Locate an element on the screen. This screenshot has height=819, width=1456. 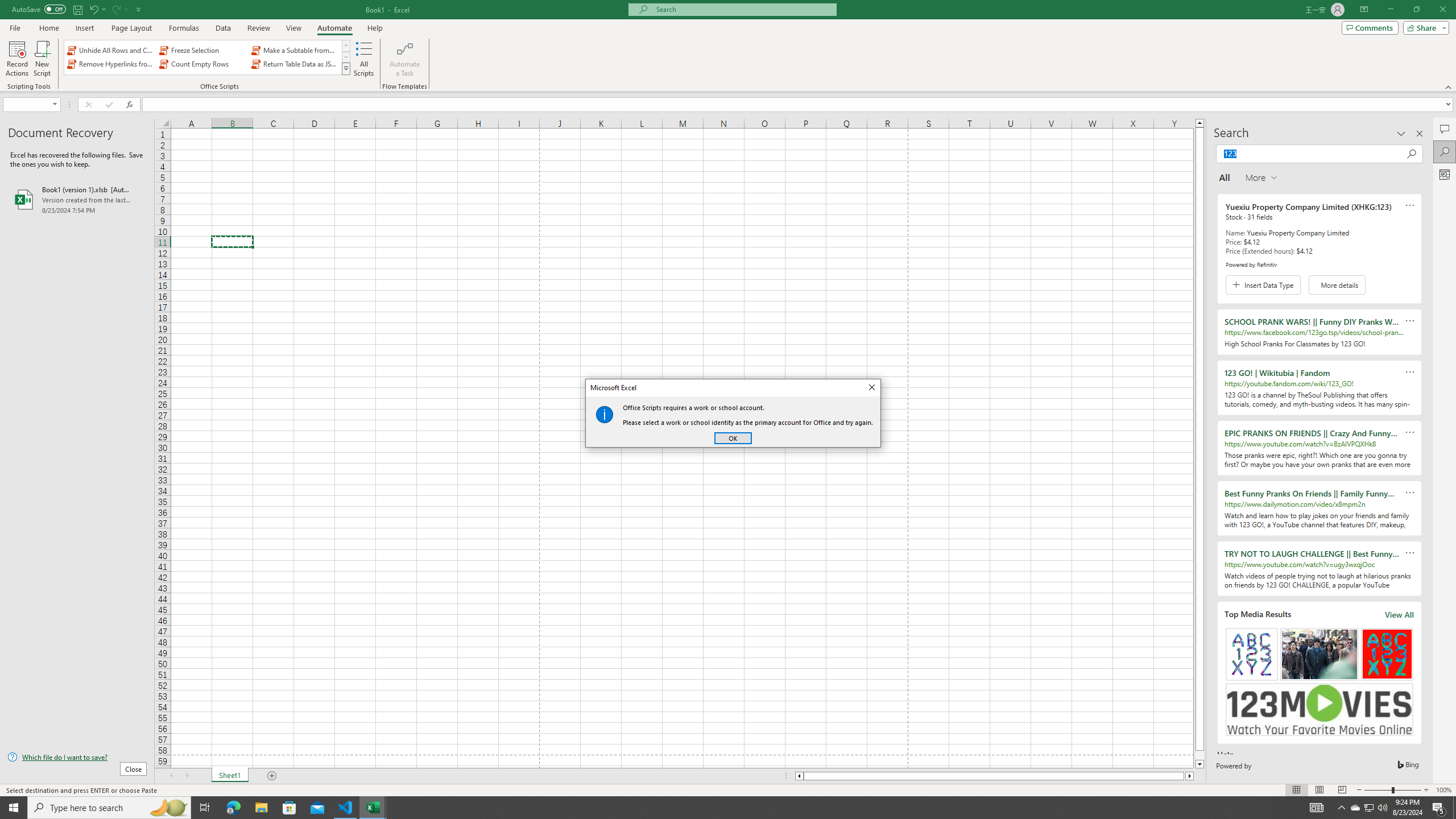
'Start' is located at coordinates (14, 806).